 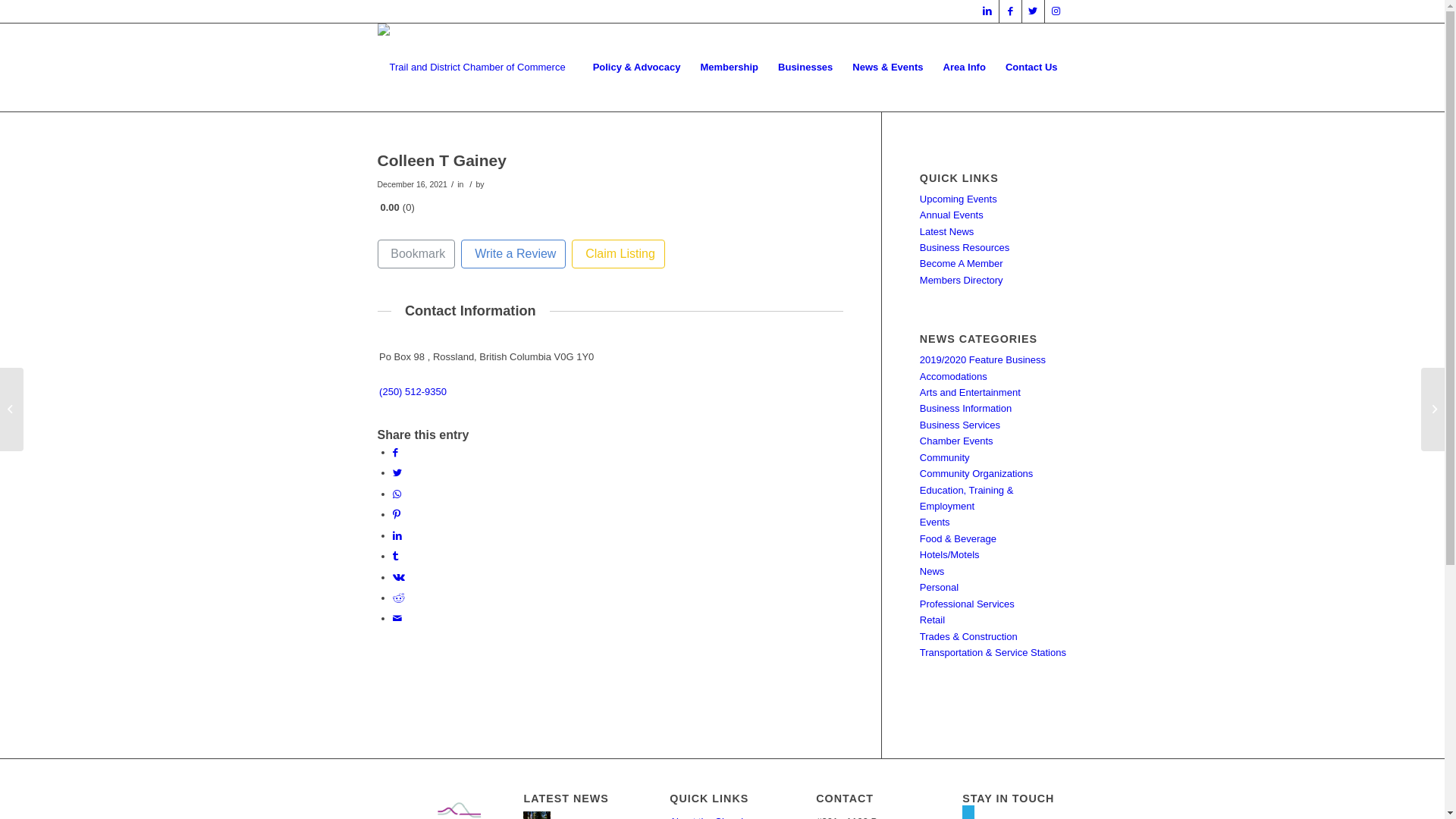 What do you see at coordinates (987, 11) in the screenshot?
I see `'LinkedIn'` at bounding box center [987, 11].